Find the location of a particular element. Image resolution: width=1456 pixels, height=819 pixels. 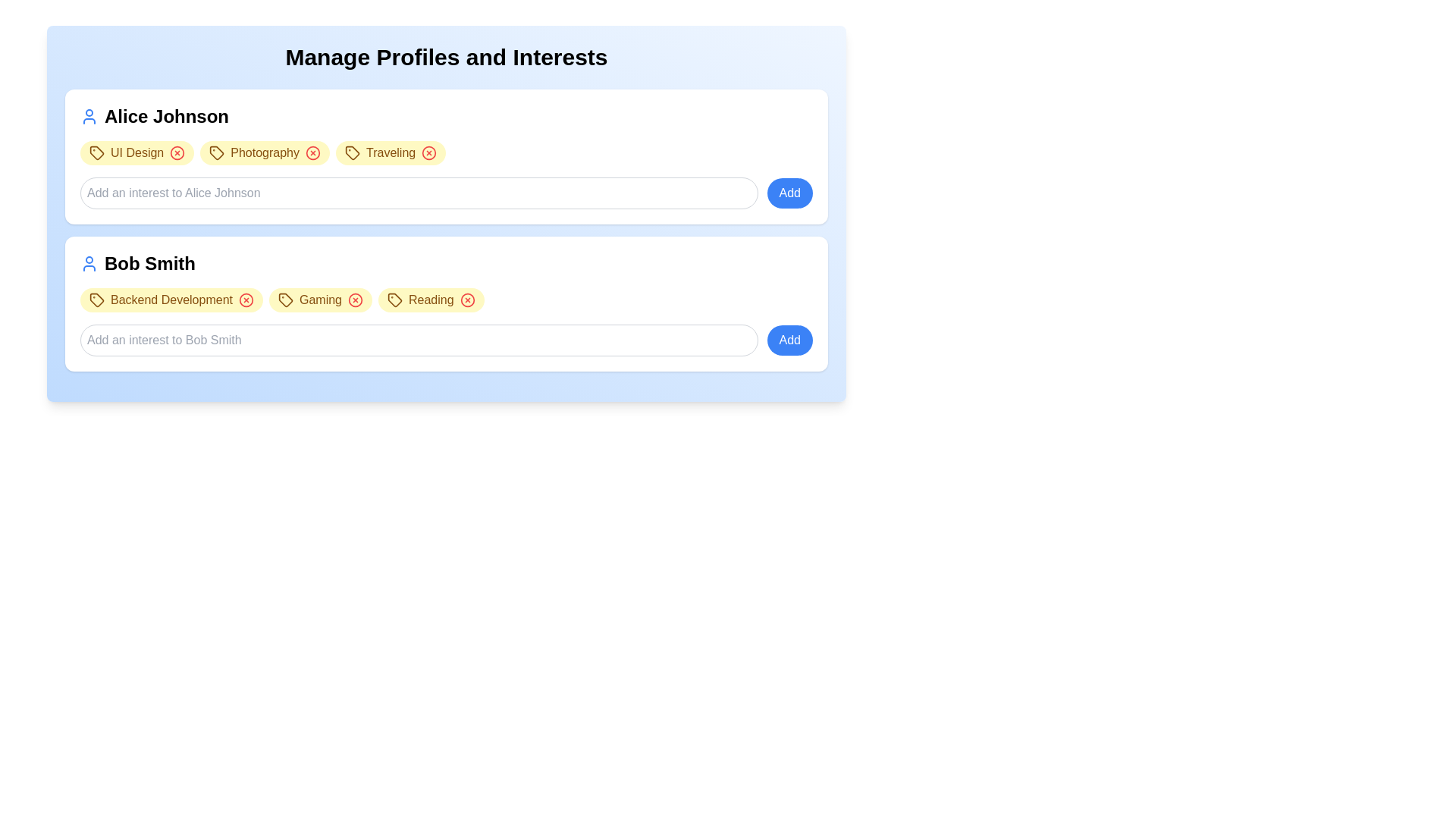

the circular red 'X' button located on the right side of the 'UI Design' chip tag is located at coordinates (177, 152).